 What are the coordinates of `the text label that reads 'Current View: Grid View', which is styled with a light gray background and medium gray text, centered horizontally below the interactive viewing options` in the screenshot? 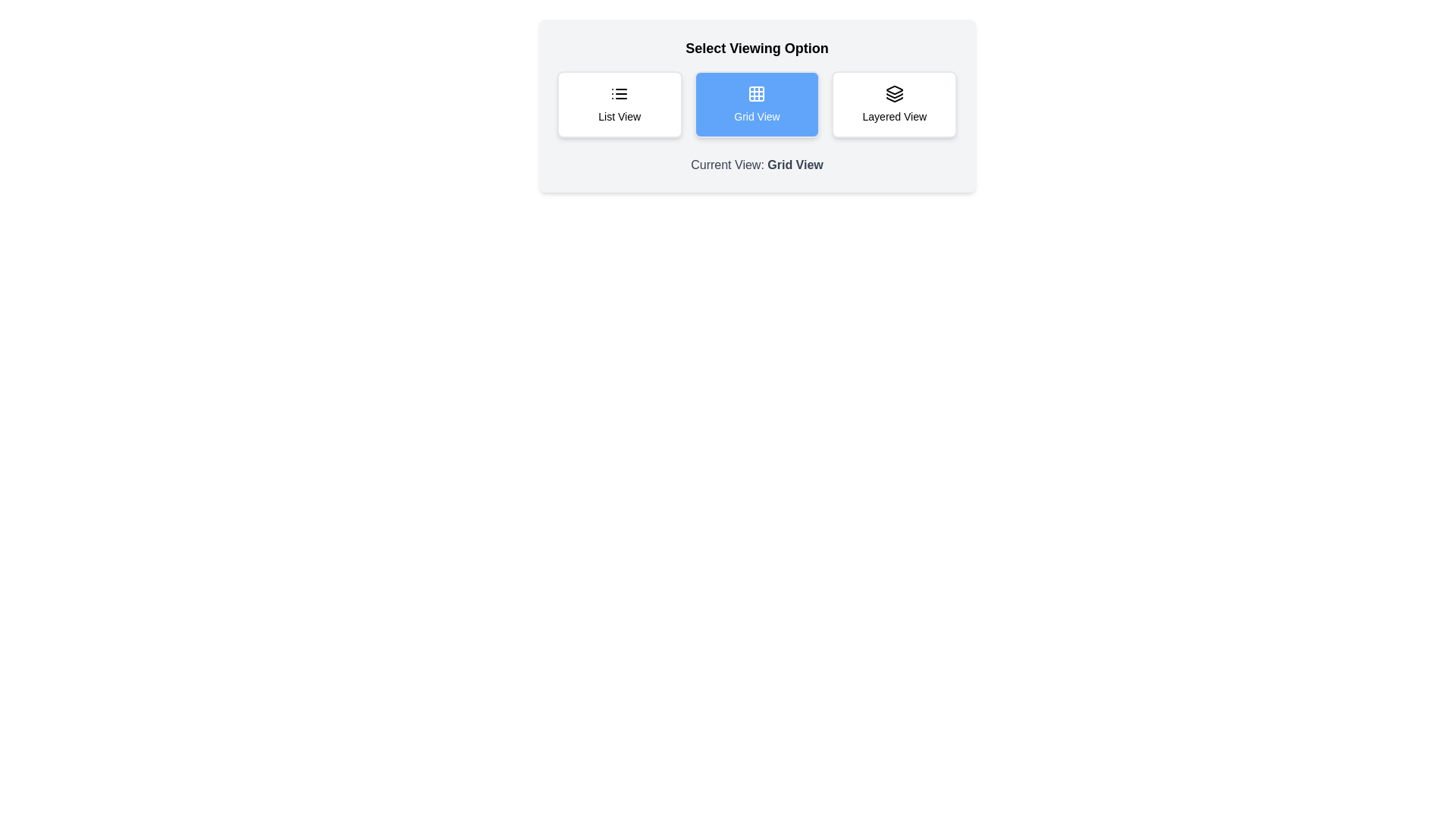 It's located at (757, 165).